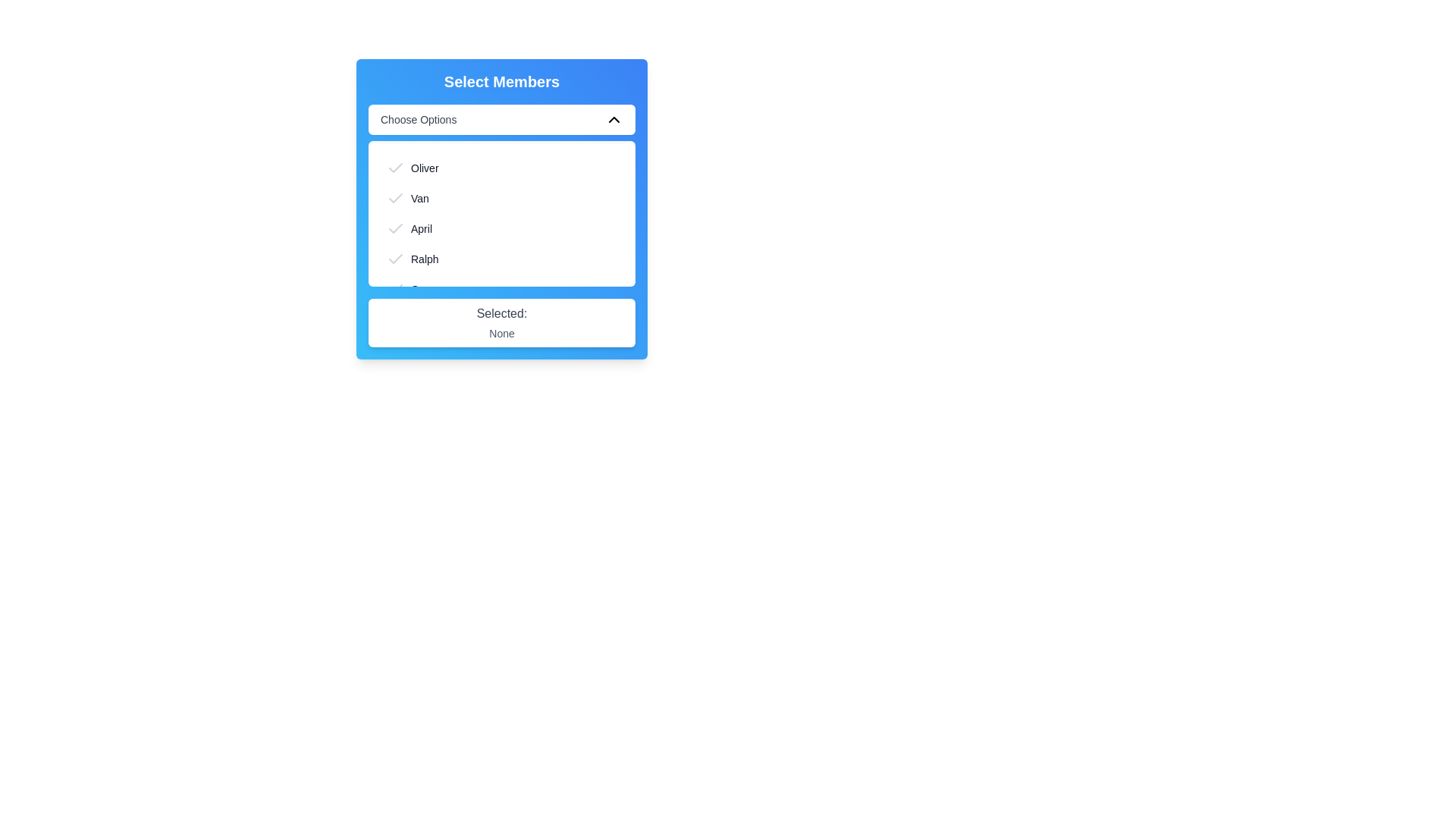 The width and height of the screenshot is (1456, 819). Describe the element at coordinates (396, 228) in the screenshot. I see `the selection state represented by the checkmark icon next to the list item 'April' in the dropdown menu` at that location.